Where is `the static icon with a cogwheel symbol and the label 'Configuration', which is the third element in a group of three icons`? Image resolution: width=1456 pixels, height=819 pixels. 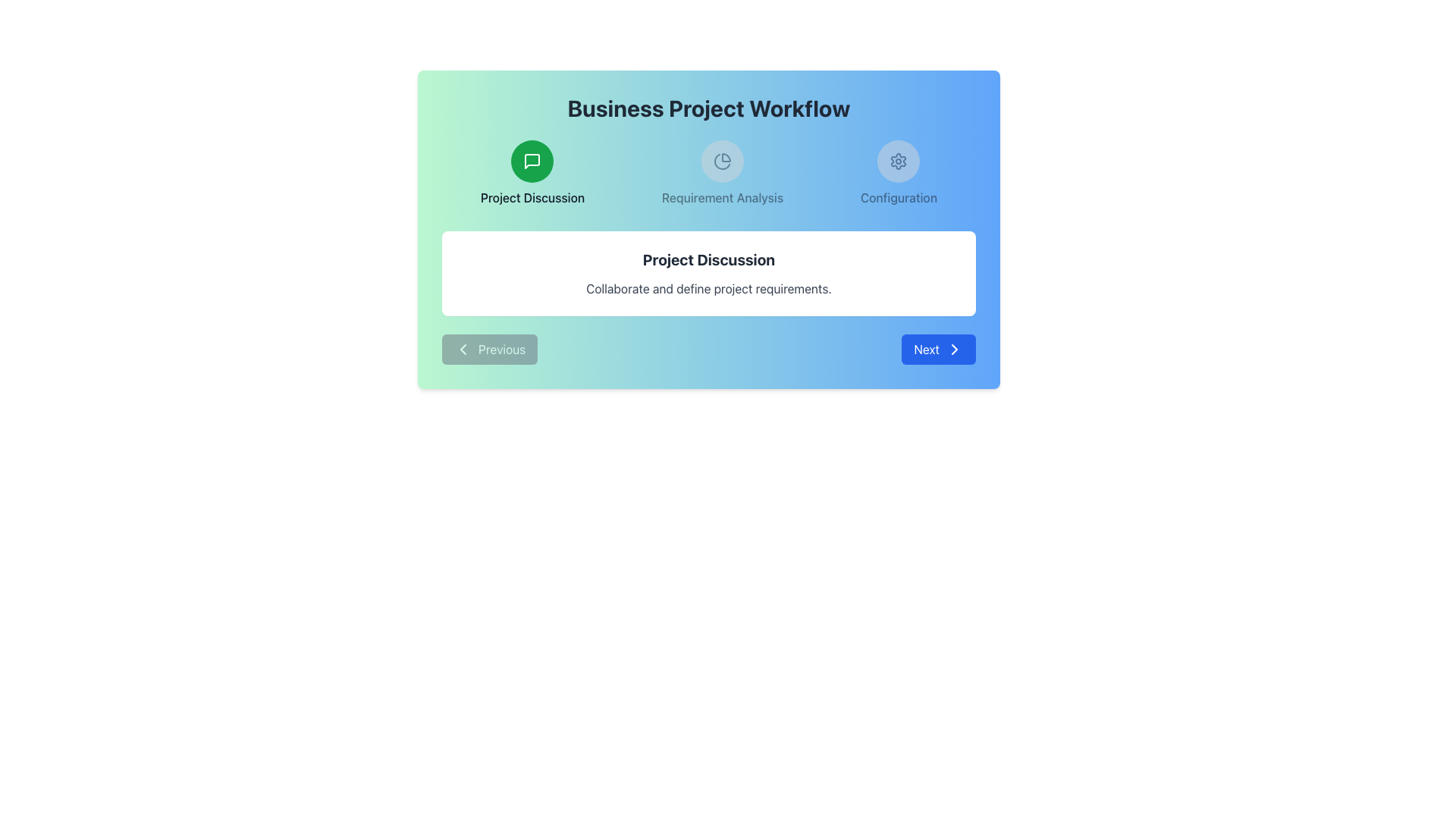
the static icon with a cogwheel symbol and the label 'Configuration', which is the third element in a group of three icons is located at coordinates (899, 172).